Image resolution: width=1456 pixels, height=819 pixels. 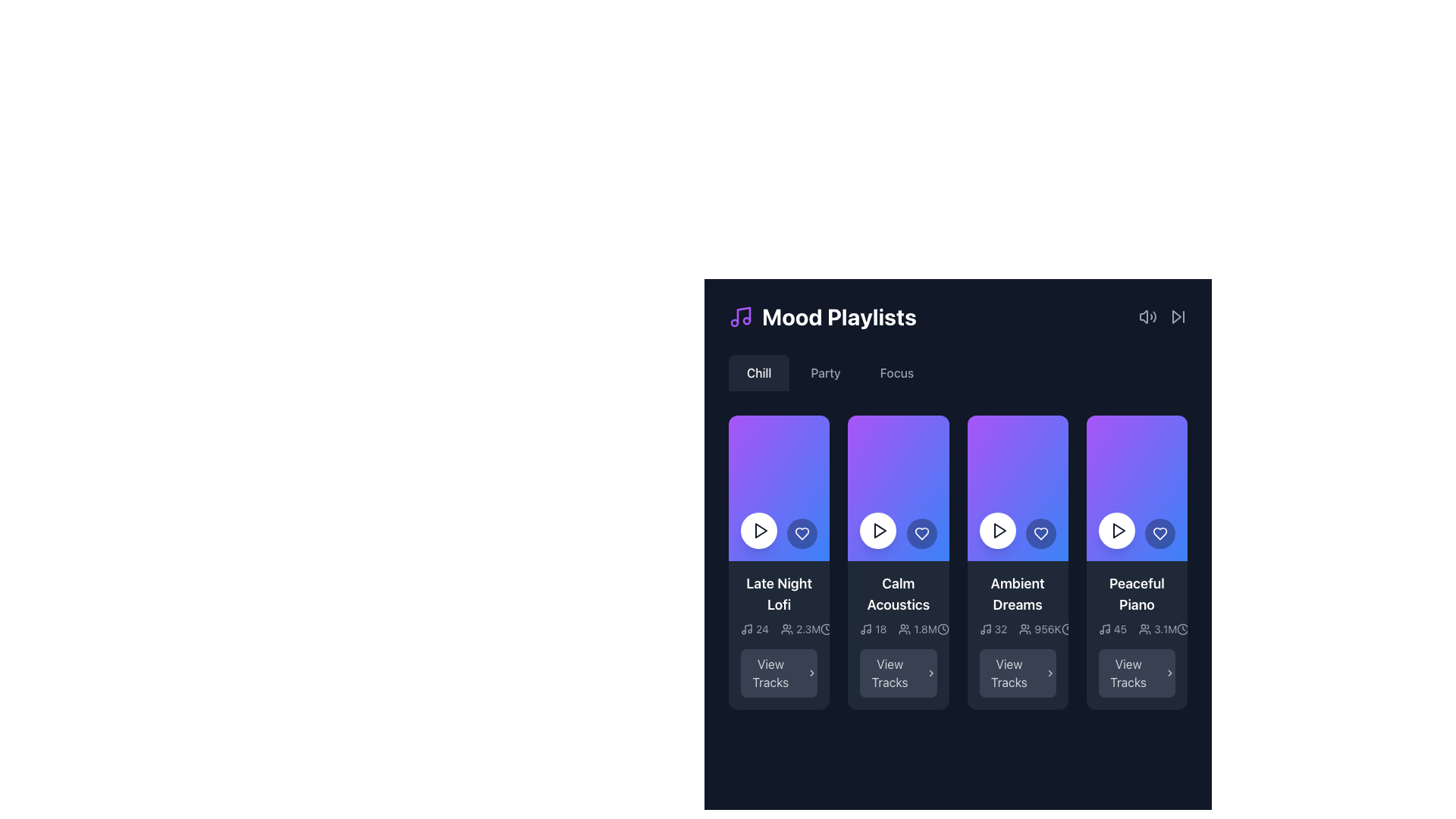 What do you see at coordinates (1203, 629) in the screenshot?
I see `time displayed in the text with icon label component located in the lower right segment of the fourth card for the 'Peaceful Piano' playlist, positioned beneath the user count and above the 'View Tracks' button` at bounding box center [1203, 629].